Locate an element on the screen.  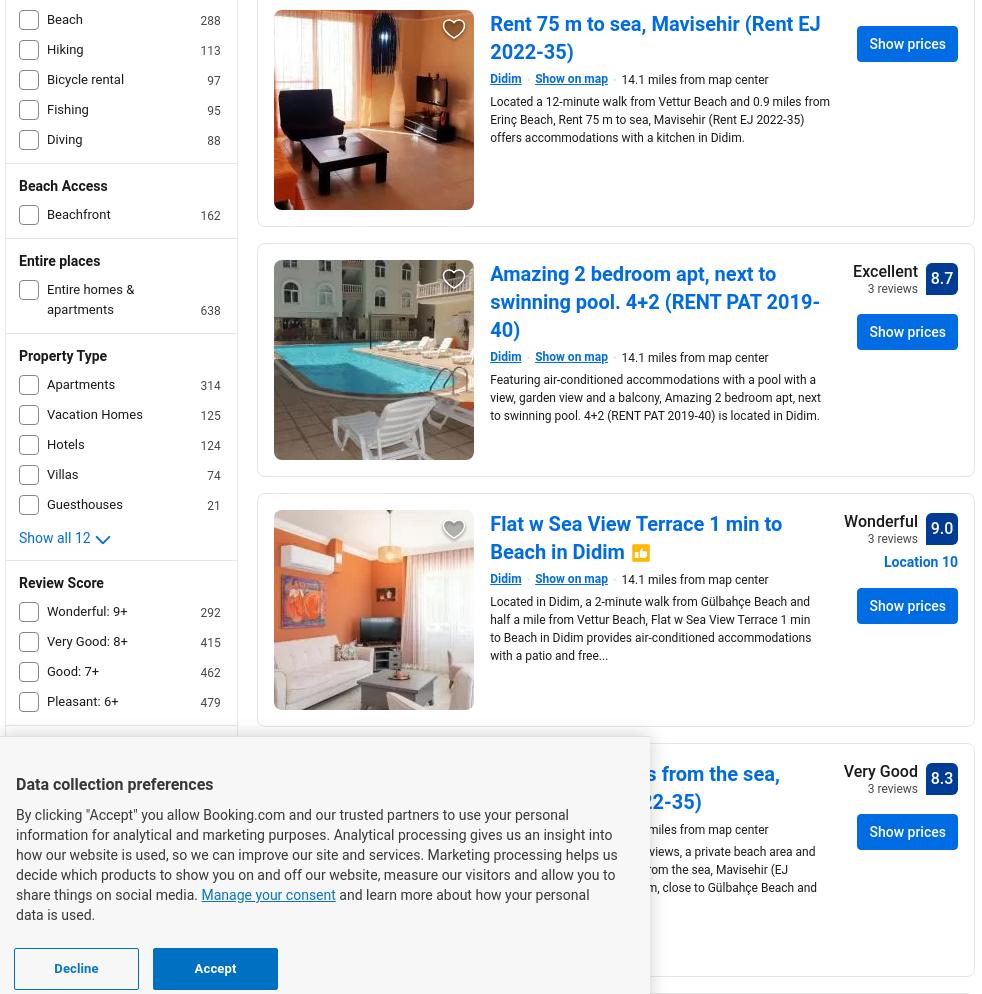
'Good: 7+' is located at coordinates (71, 671).